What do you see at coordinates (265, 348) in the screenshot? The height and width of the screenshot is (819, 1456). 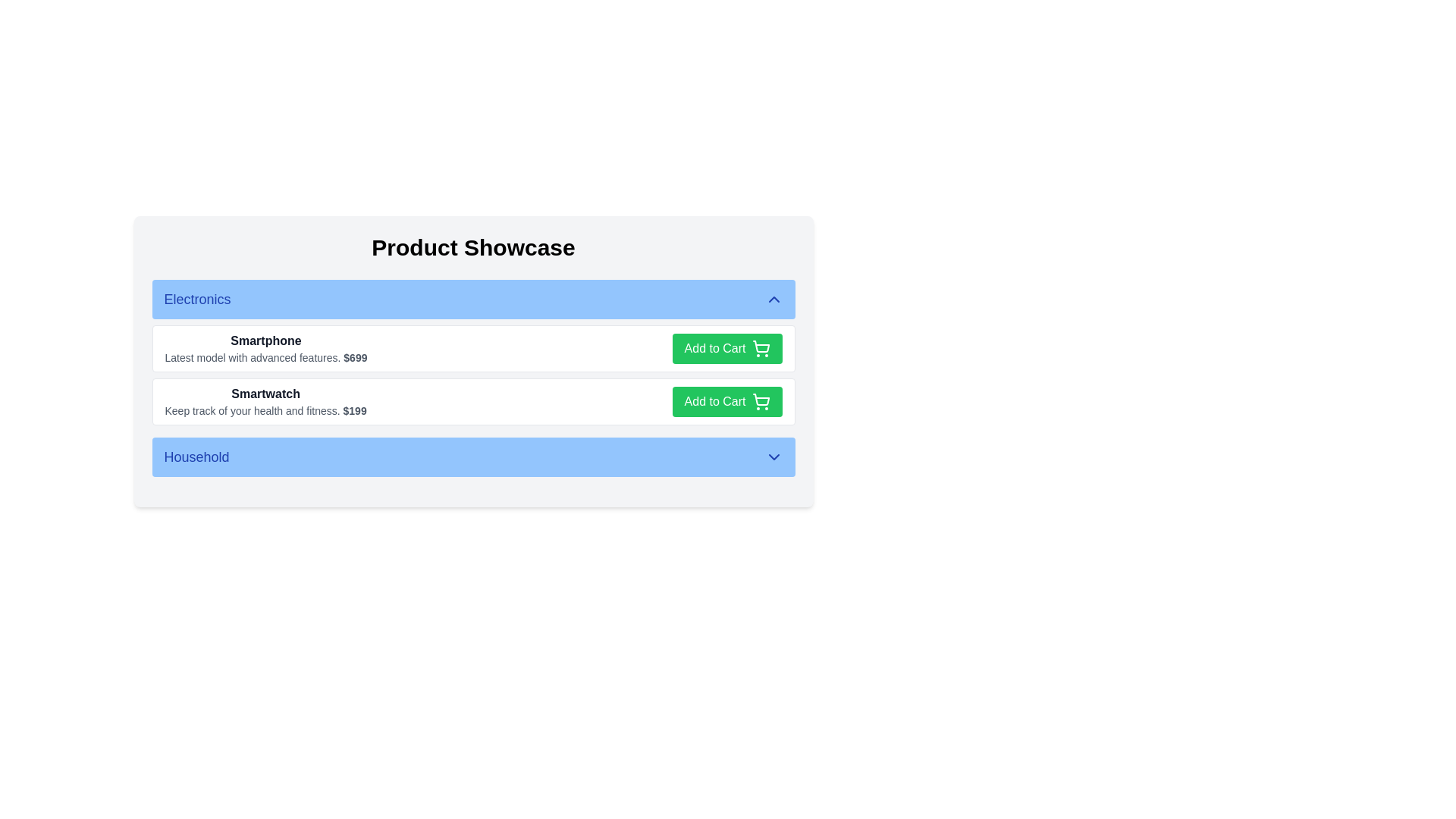 I see `the text-based informational component that describes the product, including its name, details, and cost, located in the first item under the 'Electronics' section of the product list` at bounding box center [265, 348].